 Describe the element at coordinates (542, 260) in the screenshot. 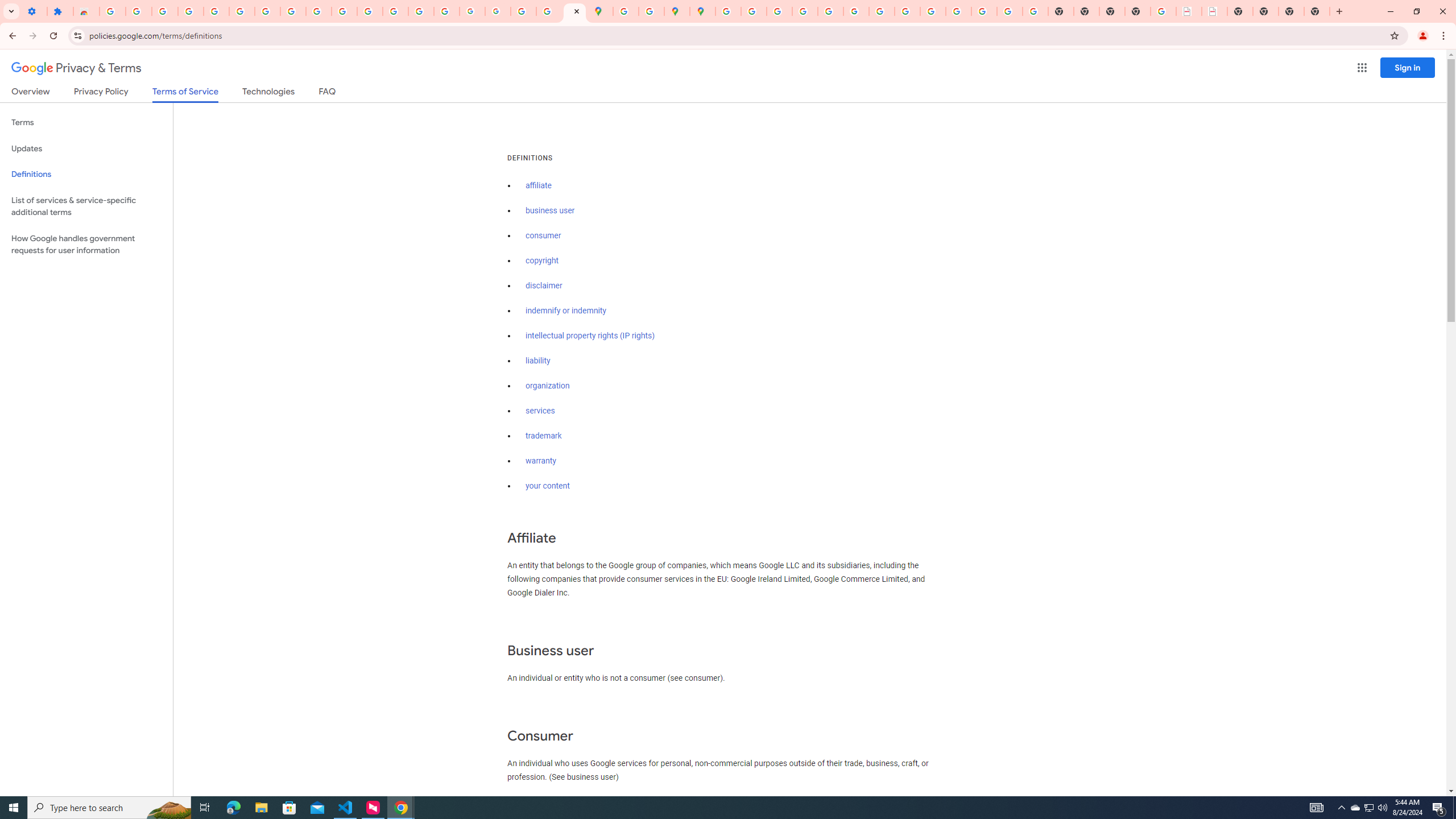

I see `'copyright'` at that location.